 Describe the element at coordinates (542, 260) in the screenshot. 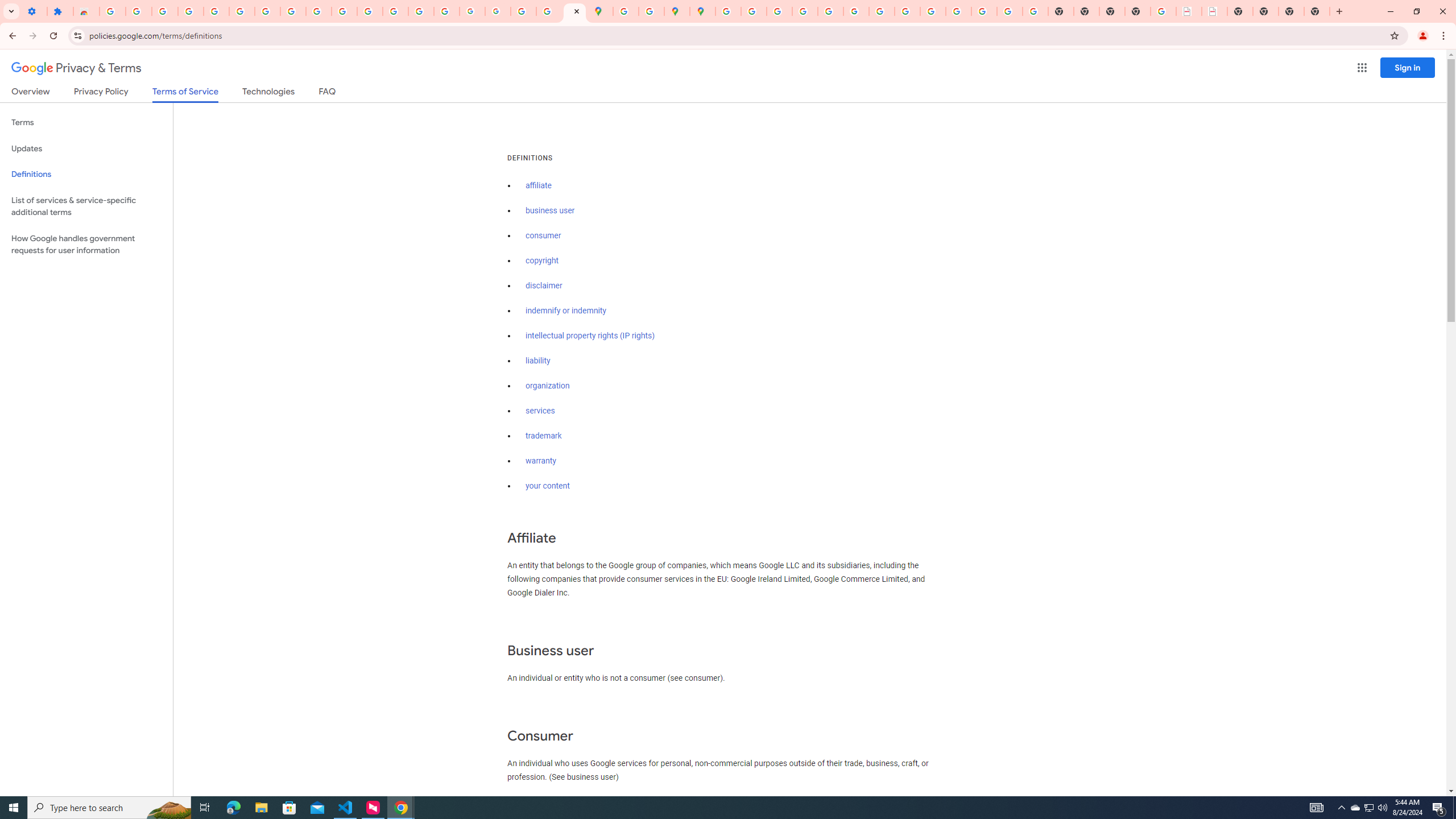

I see `'copyright'` at that location.